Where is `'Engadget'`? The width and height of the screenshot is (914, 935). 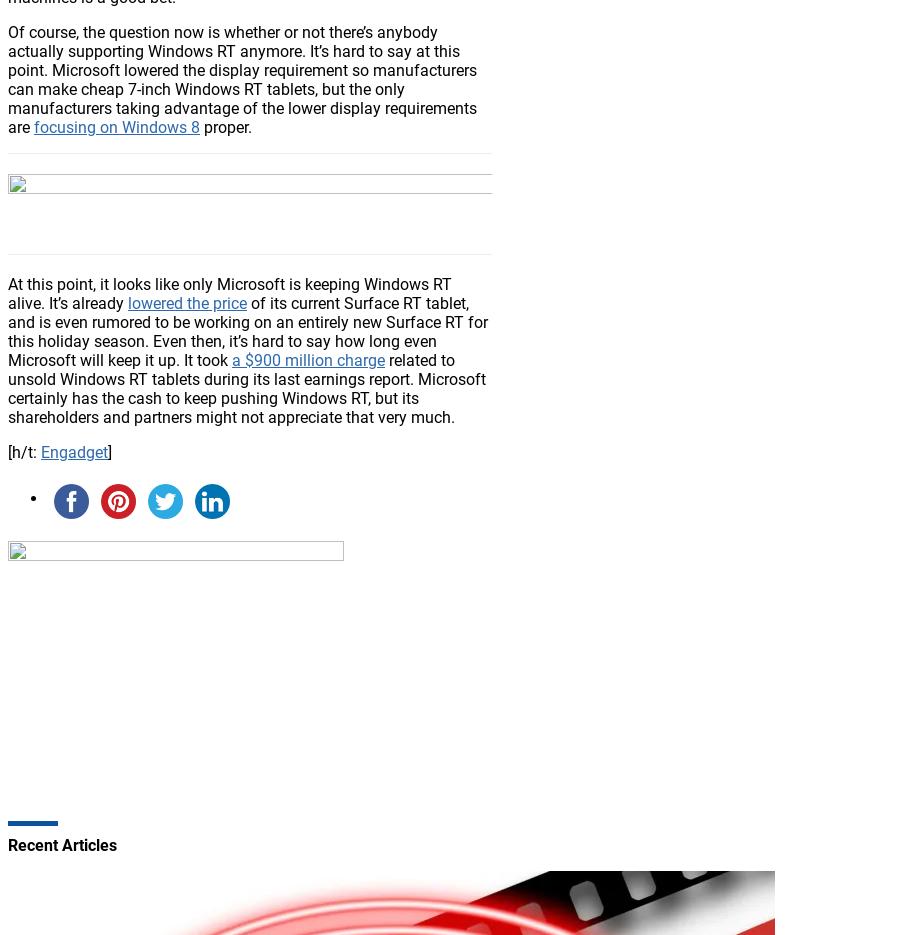
'Engadget' is located at coordinates (73, 450).